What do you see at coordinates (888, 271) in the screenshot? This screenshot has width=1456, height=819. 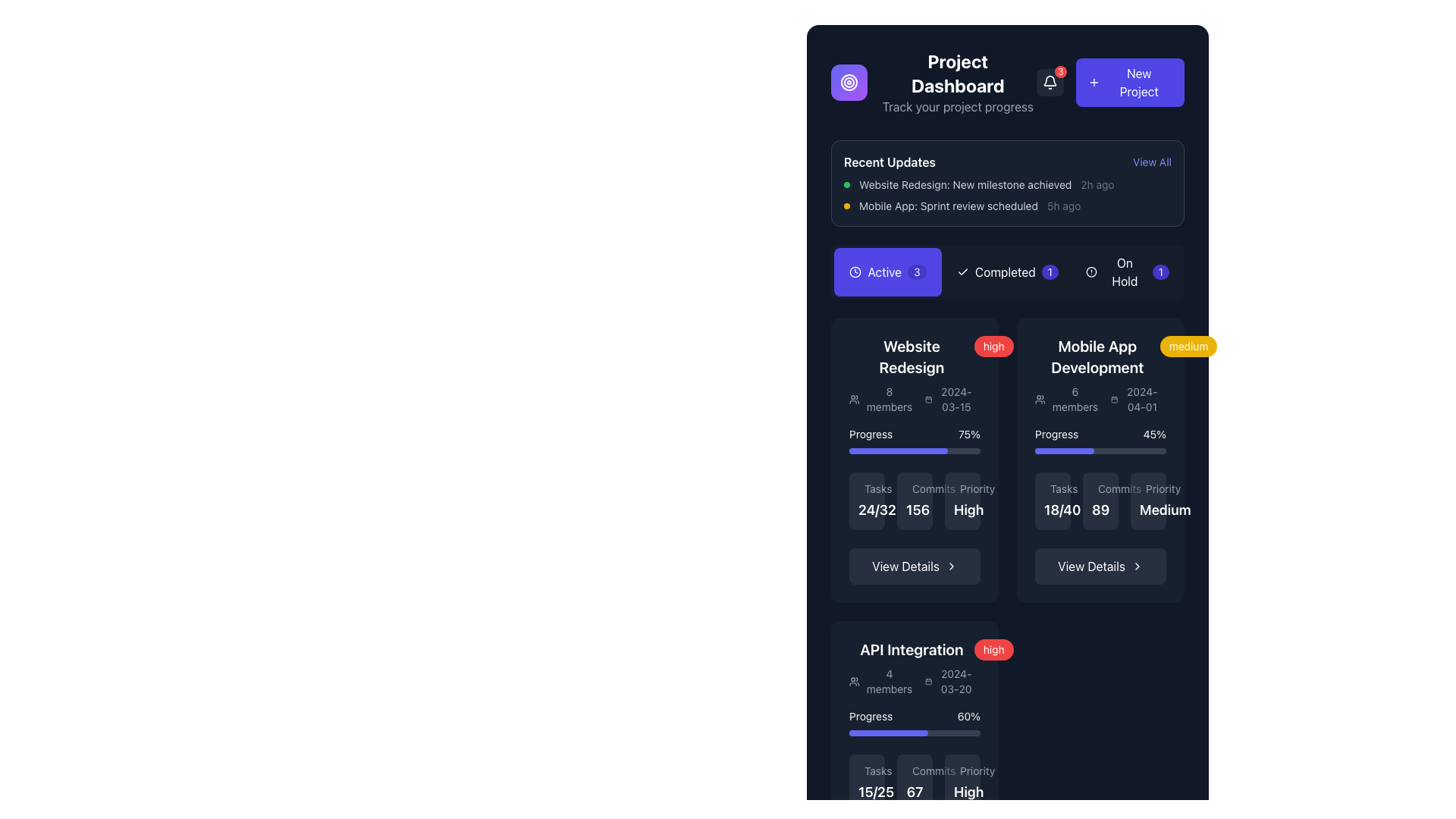 I see `the blue rectangular button labeled 'Active' with a clock icon and a badge showing '3'` at bounding box center [888, 271].